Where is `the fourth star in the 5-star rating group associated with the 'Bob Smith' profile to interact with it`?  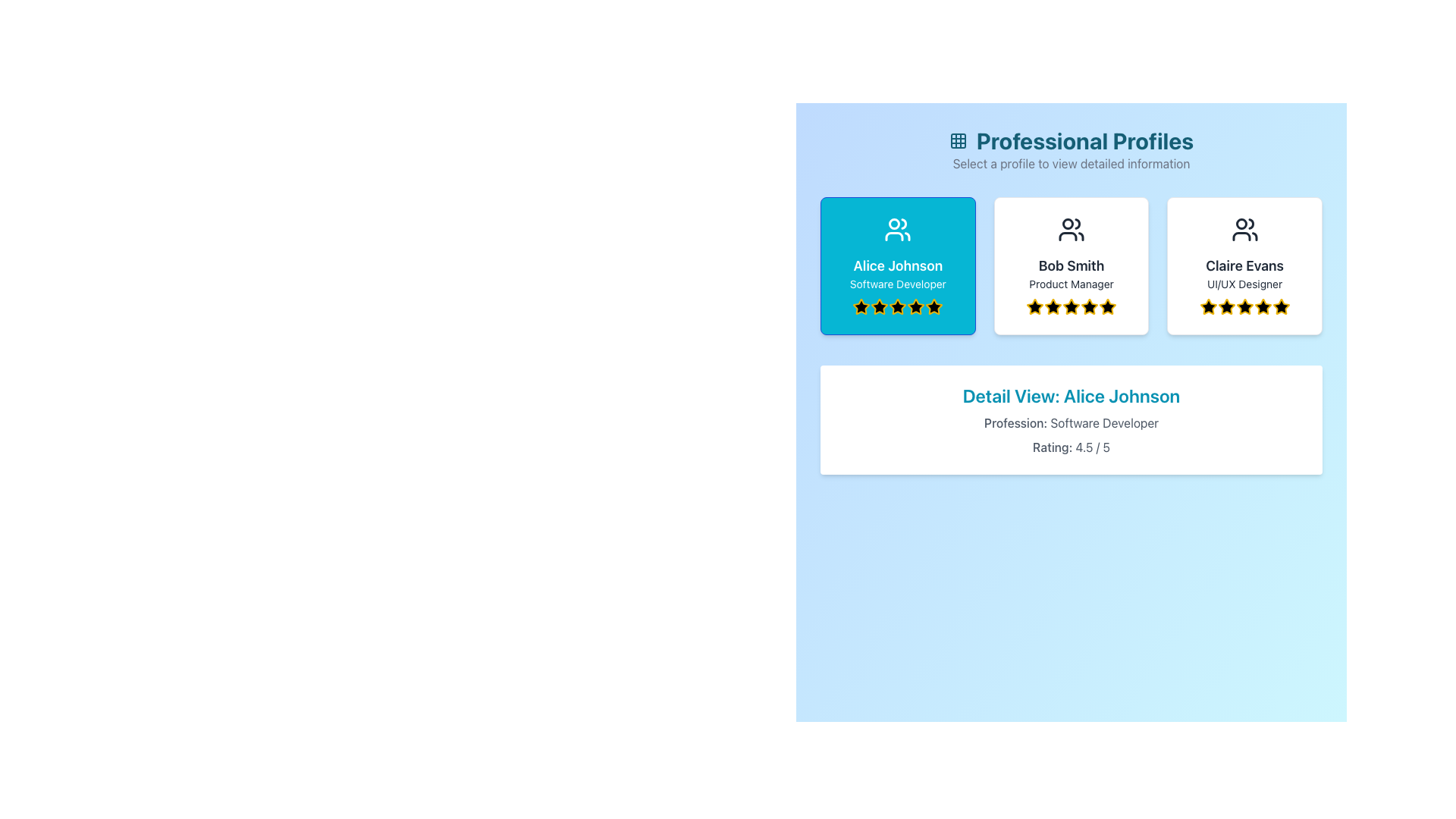
the fourth star in the 5-star rating group associated with the 'Bob Smith' profile to interact with it is located at coordinates (1052, 306).